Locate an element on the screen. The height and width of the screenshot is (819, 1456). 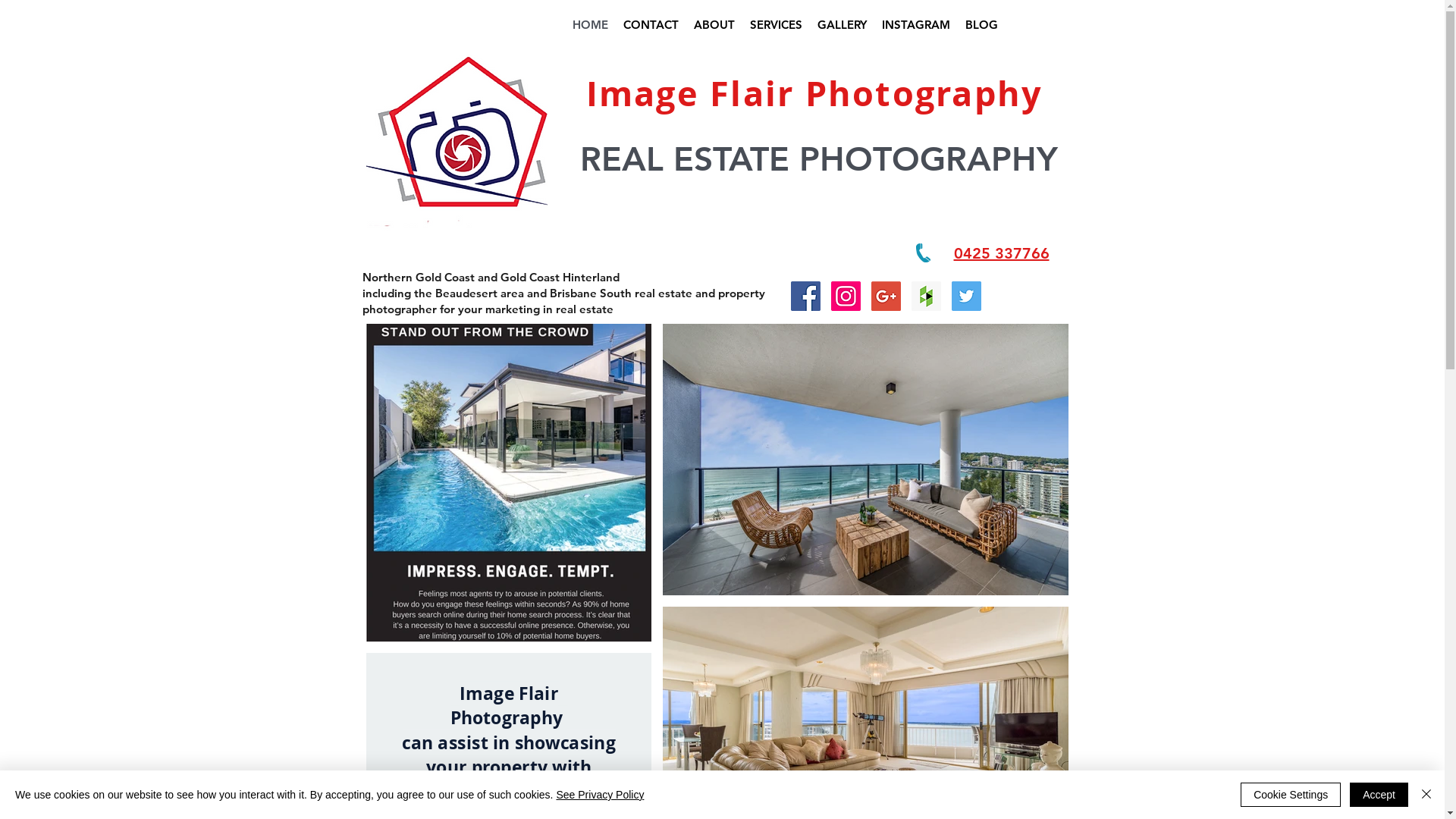
'Cookie Settings' is located at coordinates (1290, 794).